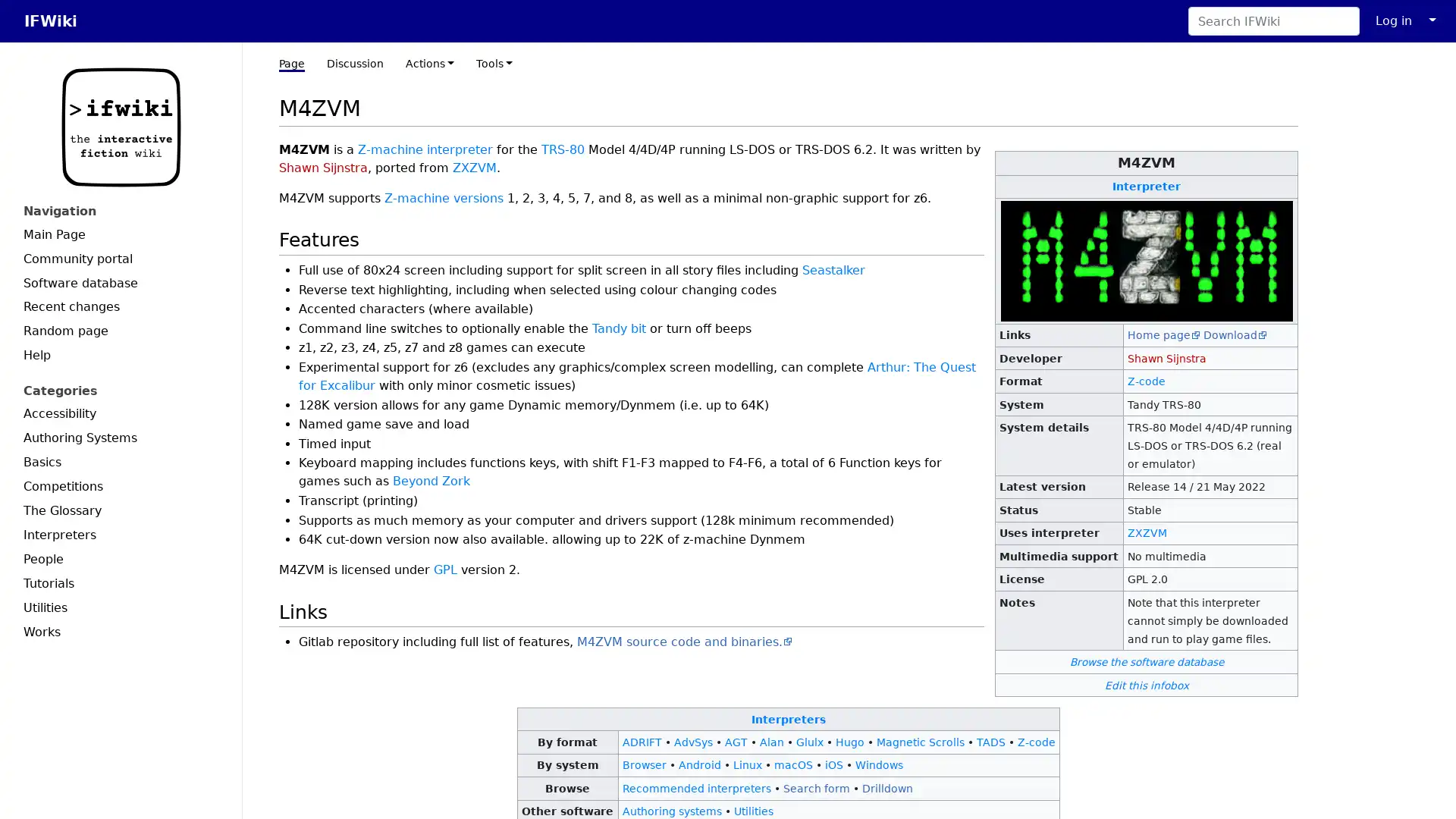 This screenshot has width=1456, height=819. I want to click on Navigation, so click(120, 211).